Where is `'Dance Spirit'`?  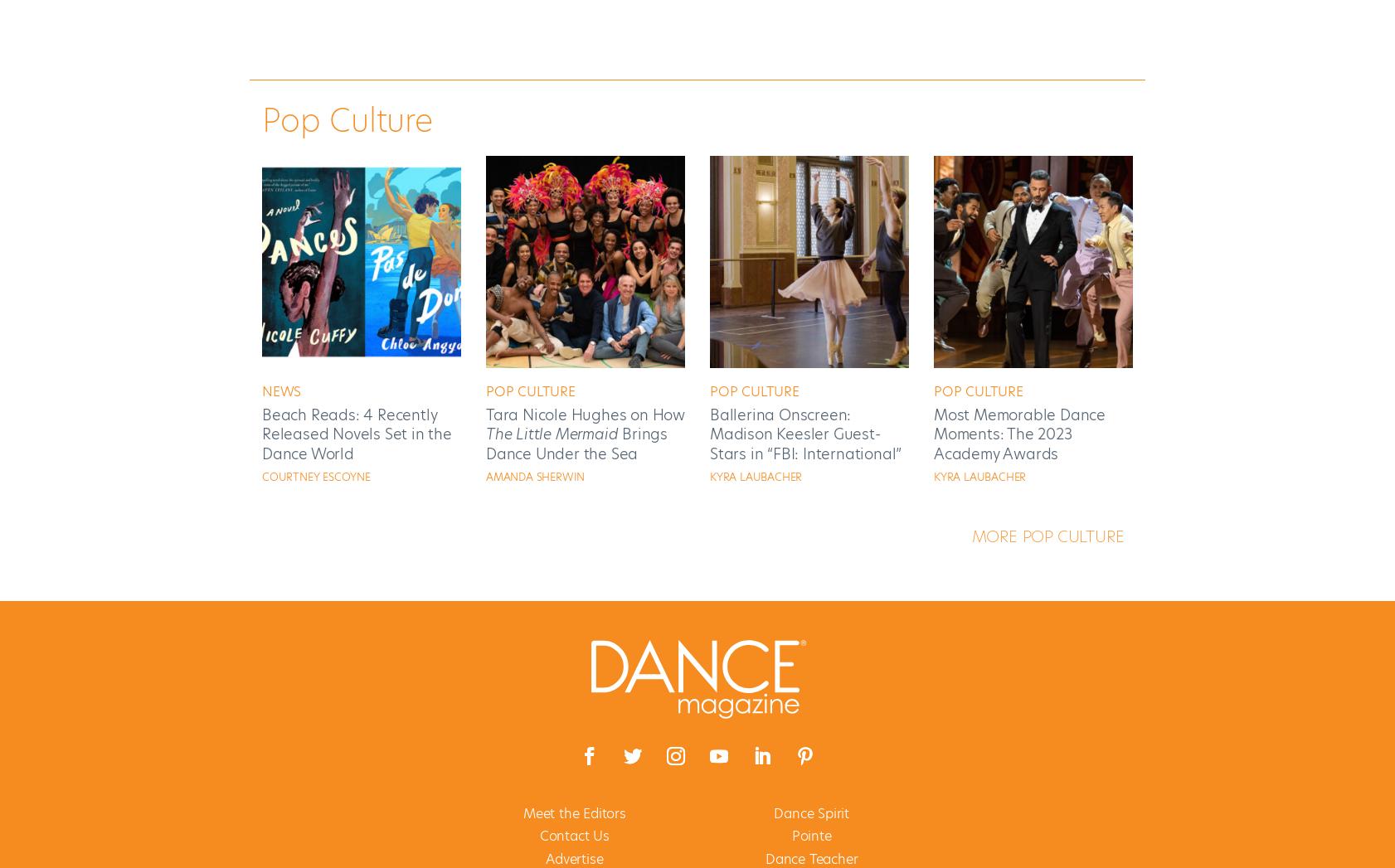 'Dance Spirit' is located at coordinates (773, 812).